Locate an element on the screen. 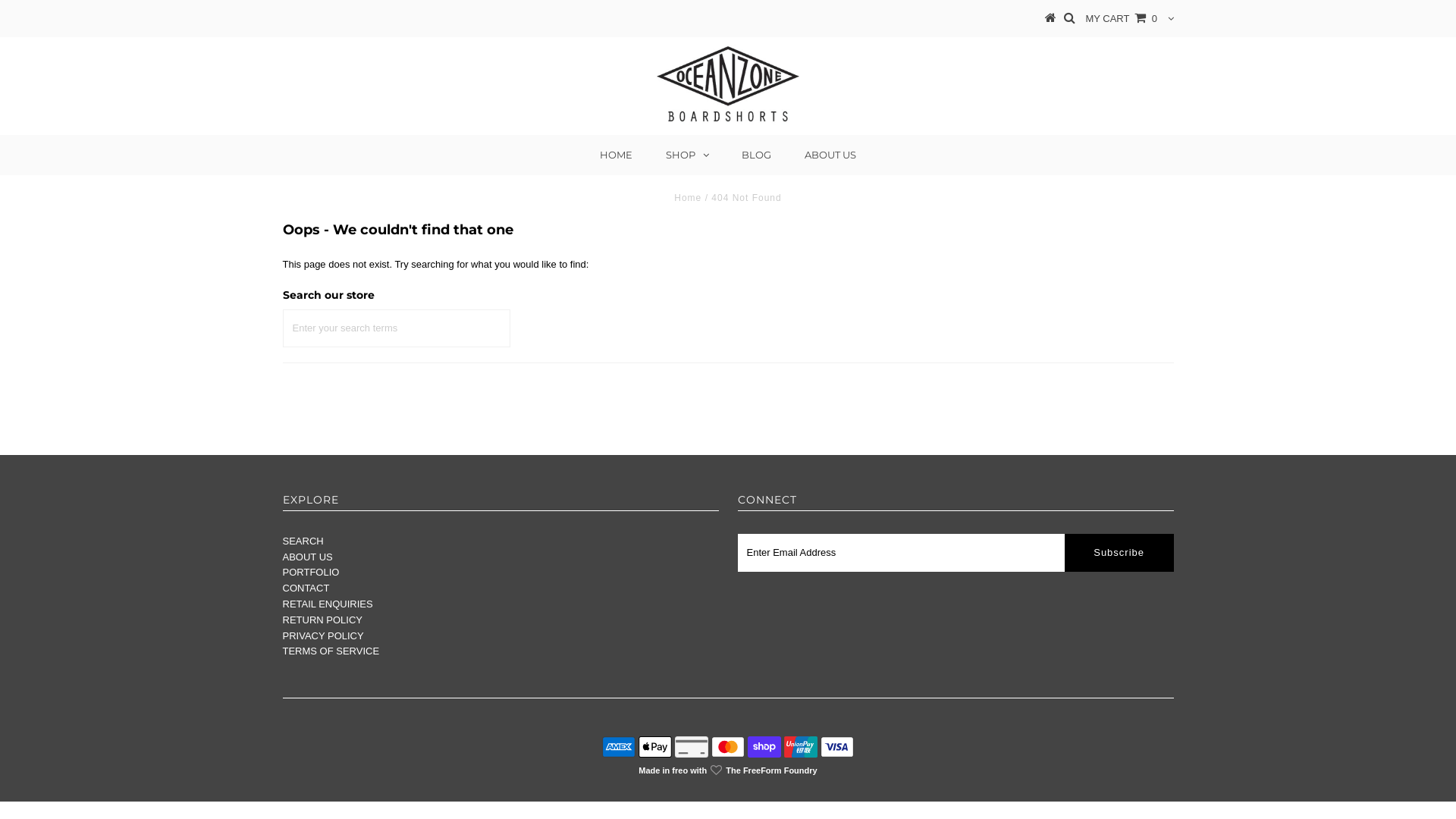 The image size is (1456, 819). 'Subscribe' is located at coordinates (1063, 553).